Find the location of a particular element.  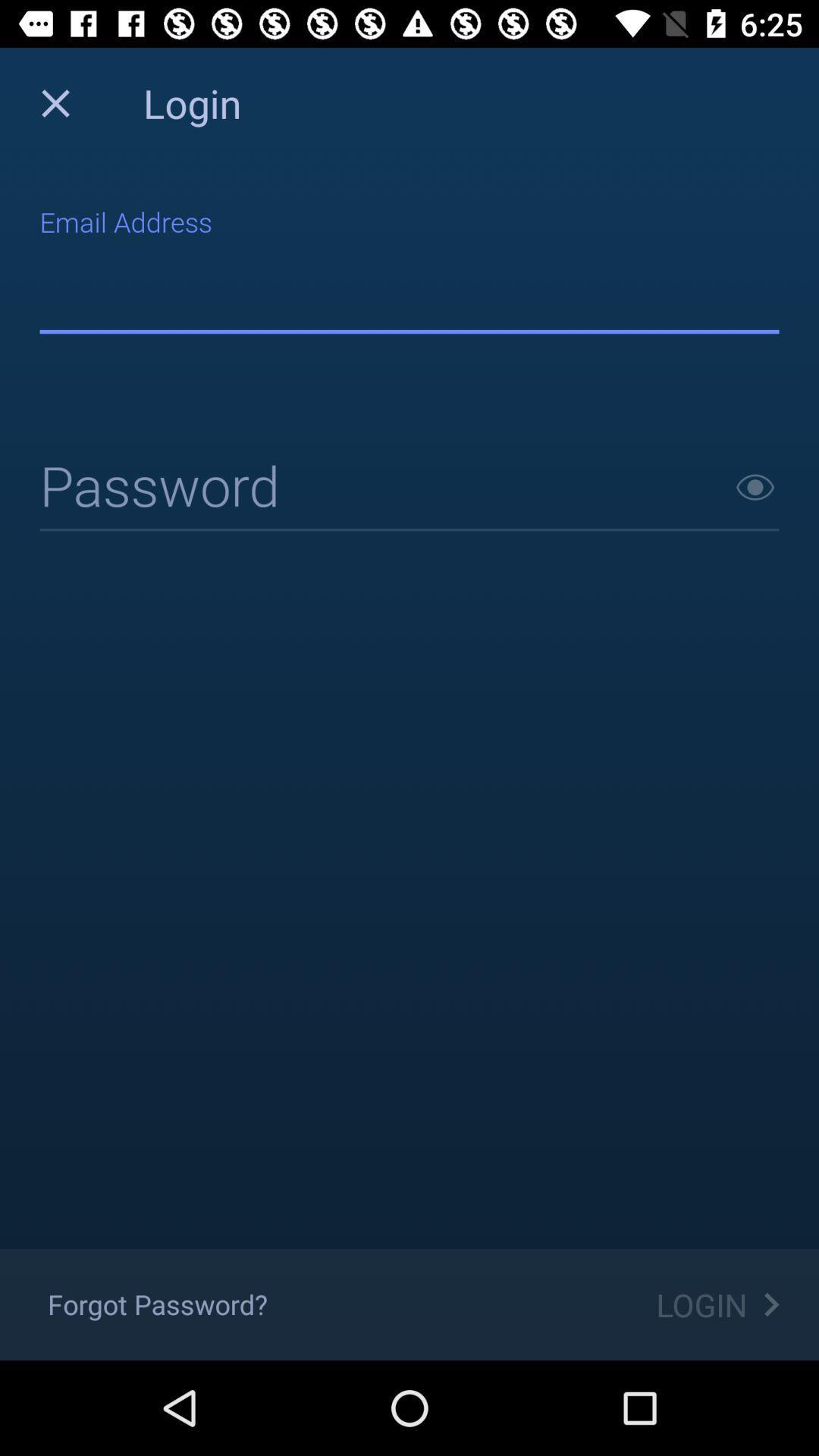

show password button is located at coordinates (755, 487).